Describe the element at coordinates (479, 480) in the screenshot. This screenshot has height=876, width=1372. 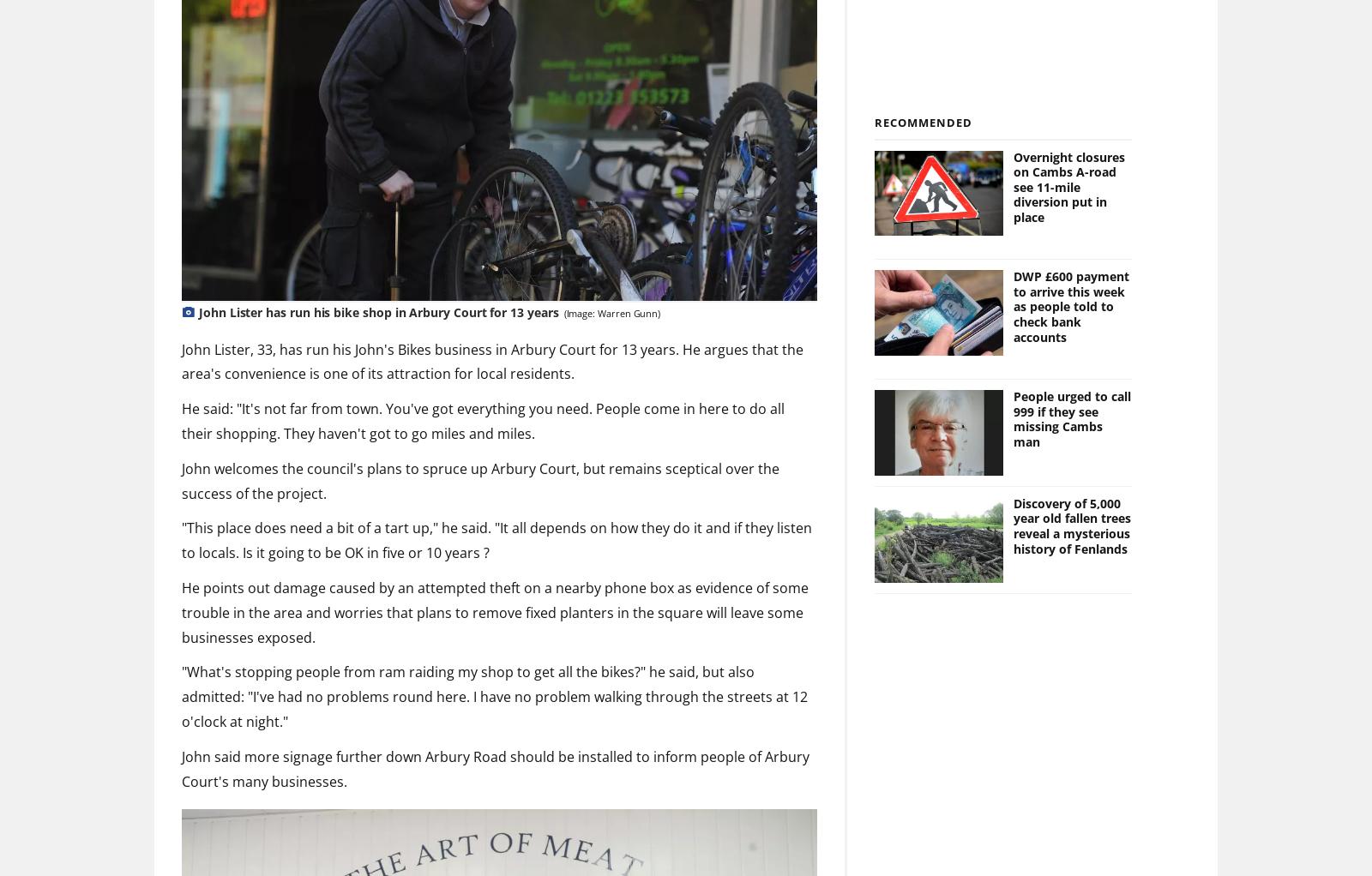
I see `'John welcomes the council's plans to spruce up Arbury Court, but remains sceptical over the success of the project.'` at that location.